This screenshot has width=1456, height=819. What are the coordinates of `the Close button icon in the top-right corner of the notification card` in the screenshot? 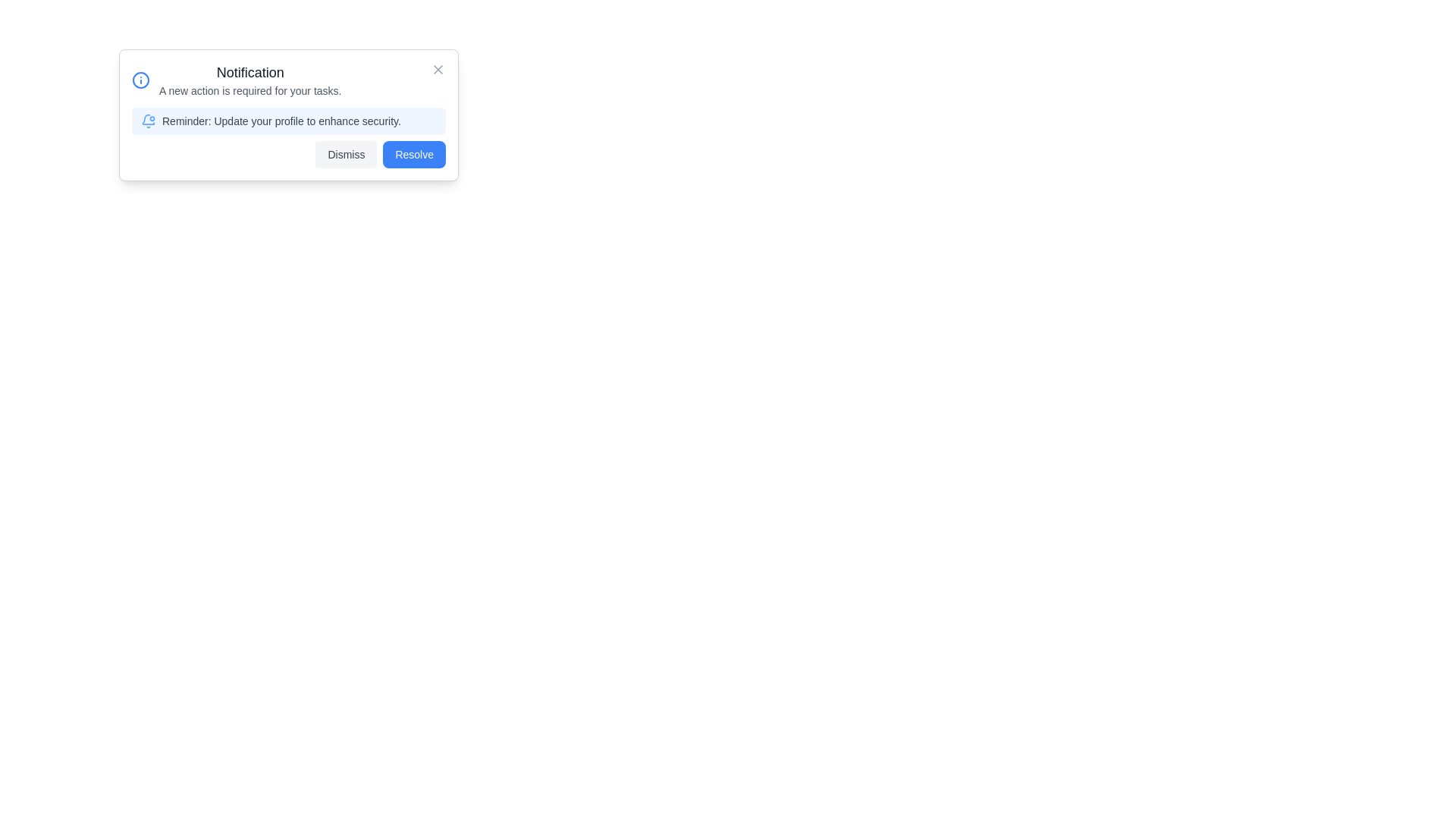 It's located at (437, 70).